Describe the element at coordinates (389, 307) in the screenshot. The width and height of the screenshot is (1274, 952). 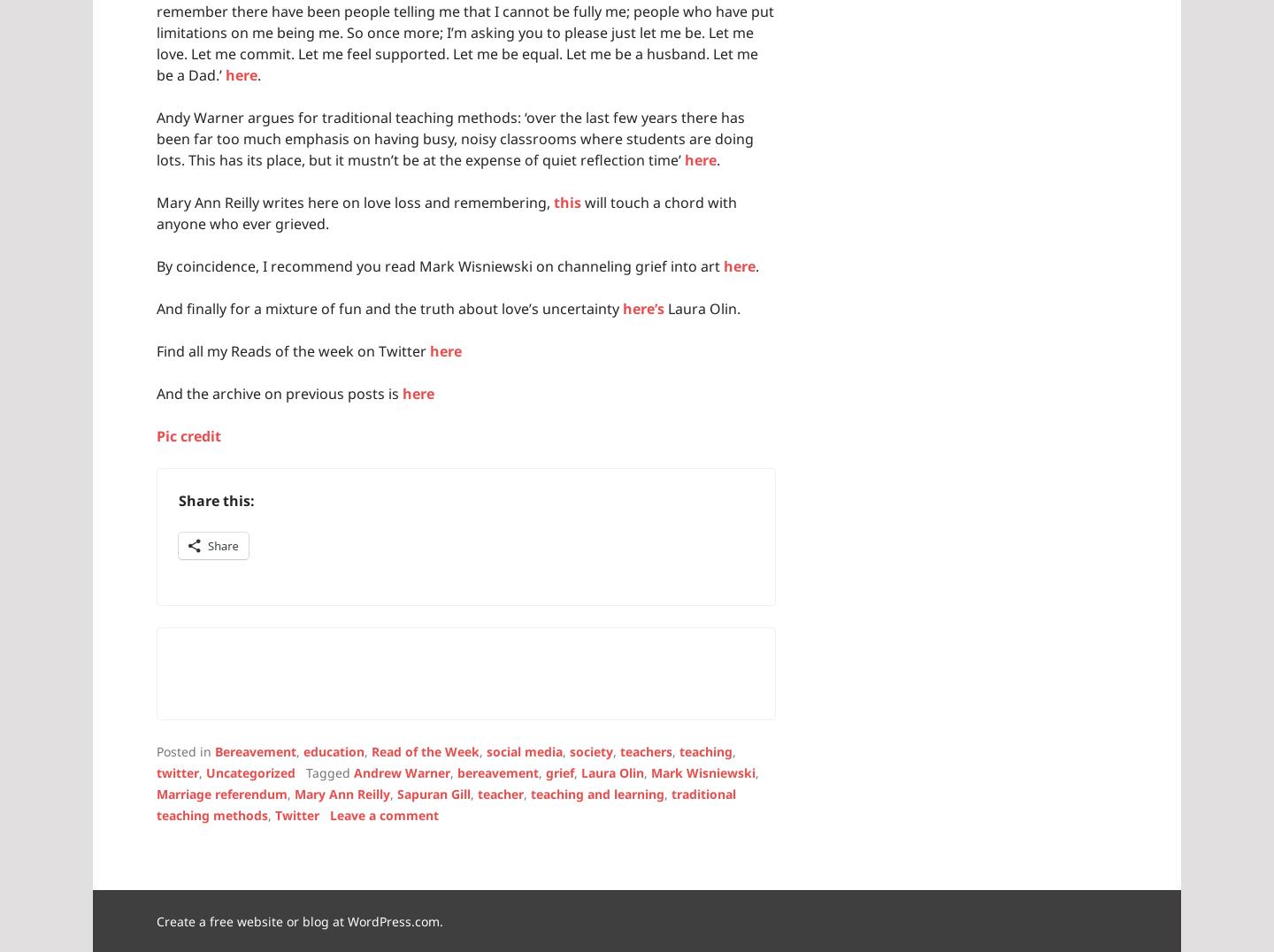
I see `'And finally for a mixture of fun and the truth about love’s uncertainty'` at that location.